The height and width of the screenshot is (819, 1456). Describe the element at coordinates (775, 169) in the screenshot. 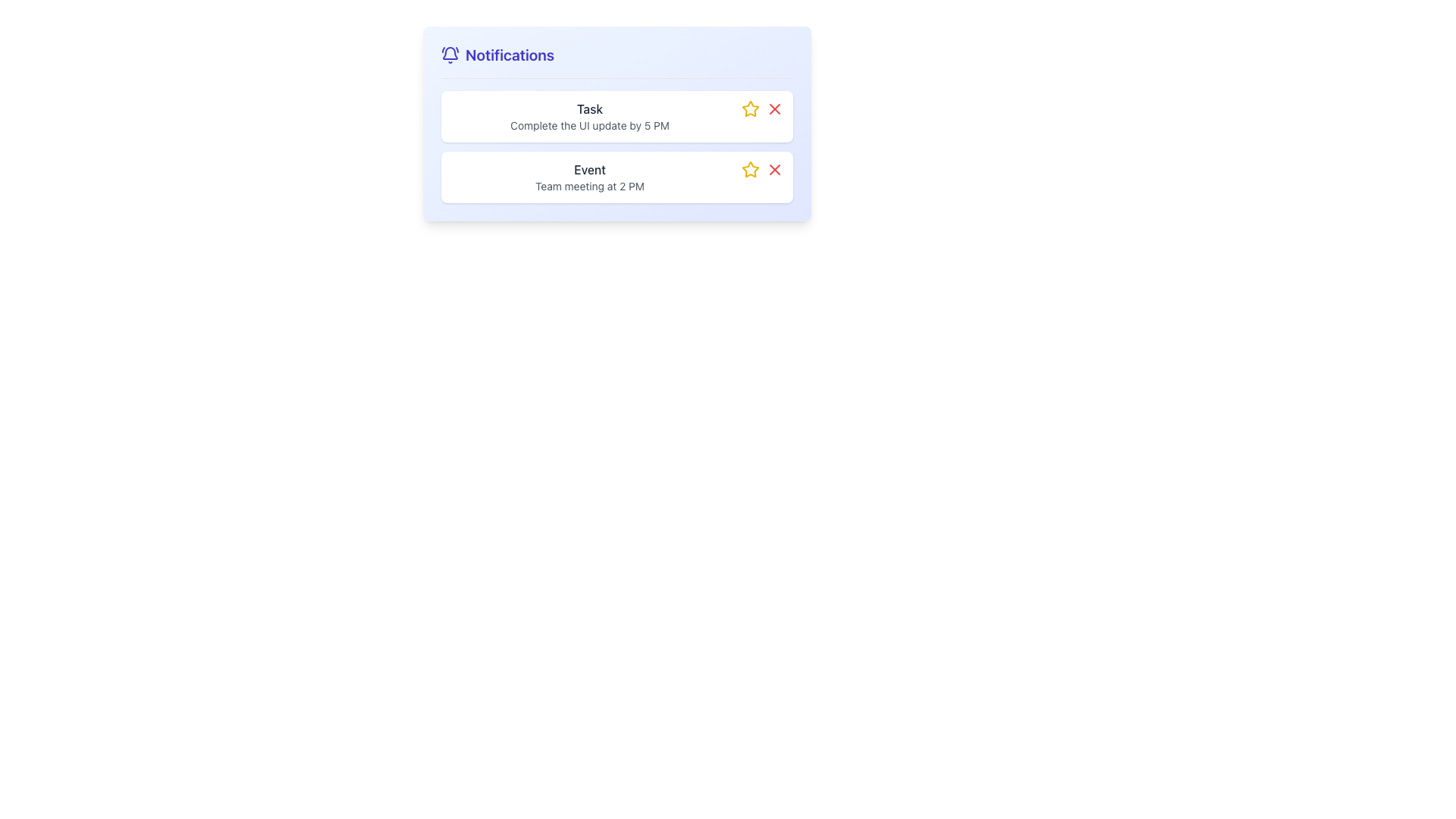

I see `the dismiss icon button located on the far right of the notification entry for 'Event: Team meeting at 2 PM', adjacent to a yellow star icon` at that location.